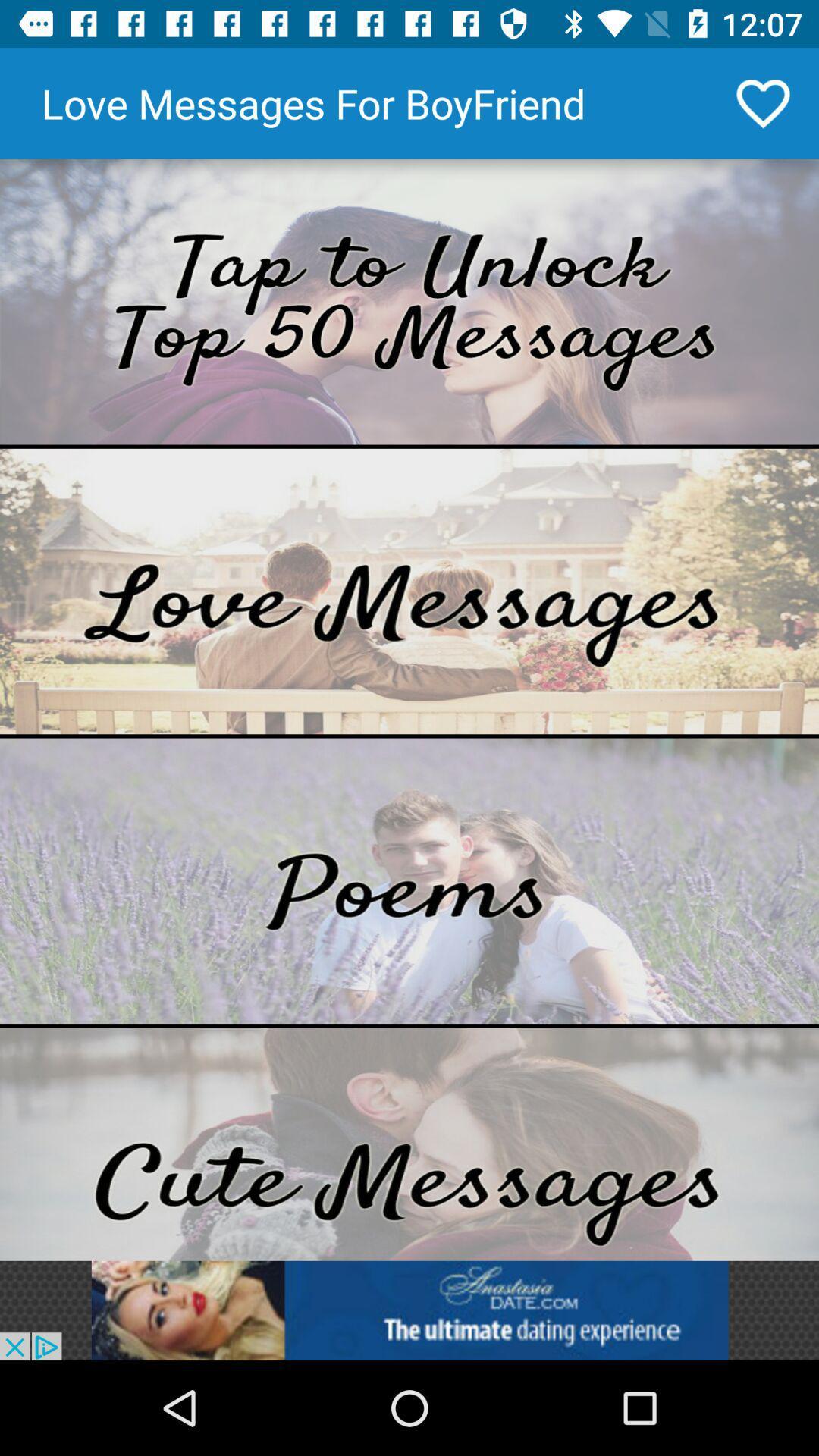  I want to click on advertisement, so click(409, 302).